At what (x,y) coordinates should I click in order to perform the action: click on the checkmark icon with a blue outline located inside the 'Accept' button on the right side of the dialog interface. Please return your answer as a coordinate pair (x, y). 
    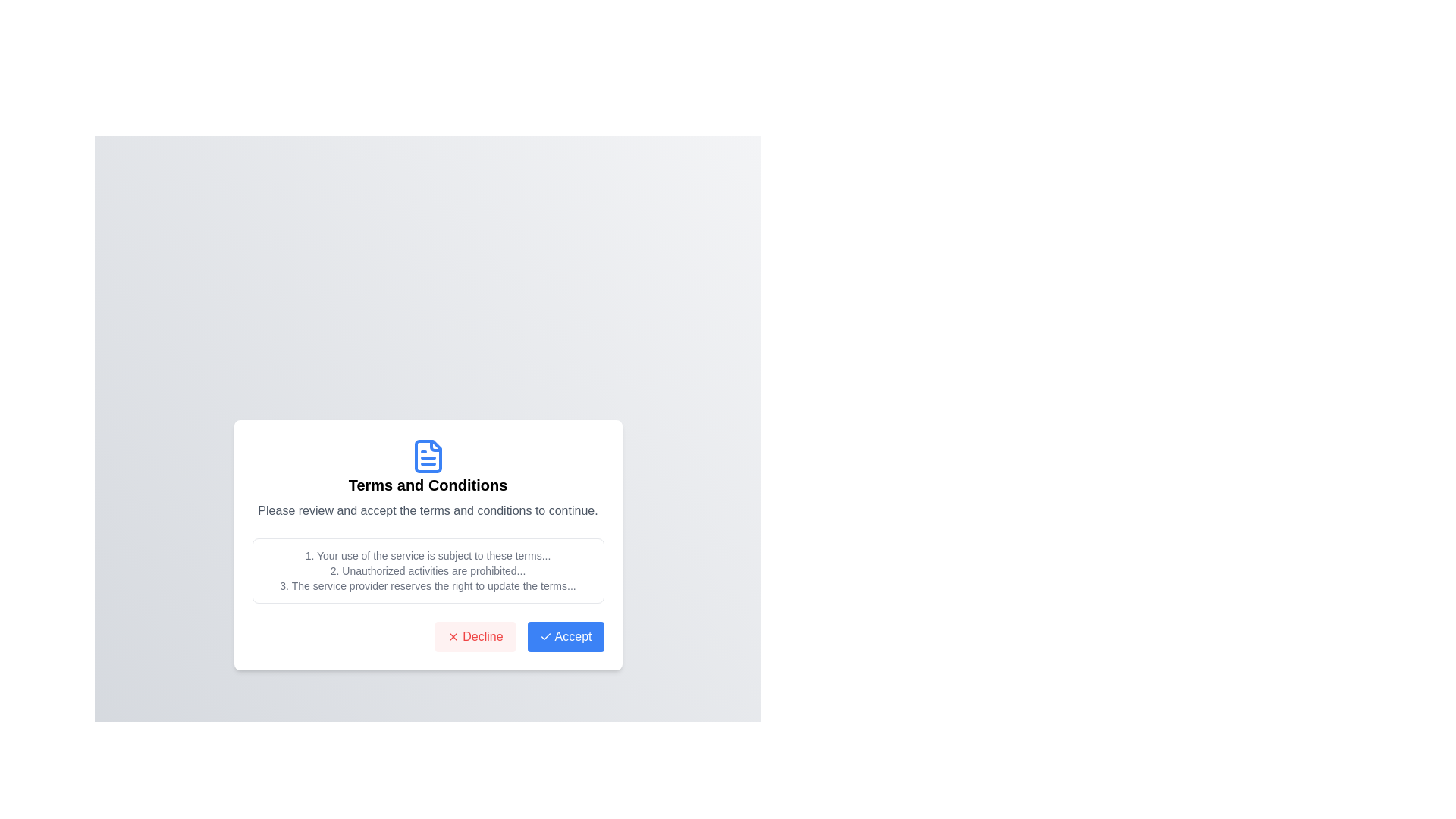
    Looking at the image, I should click on (545, 637).